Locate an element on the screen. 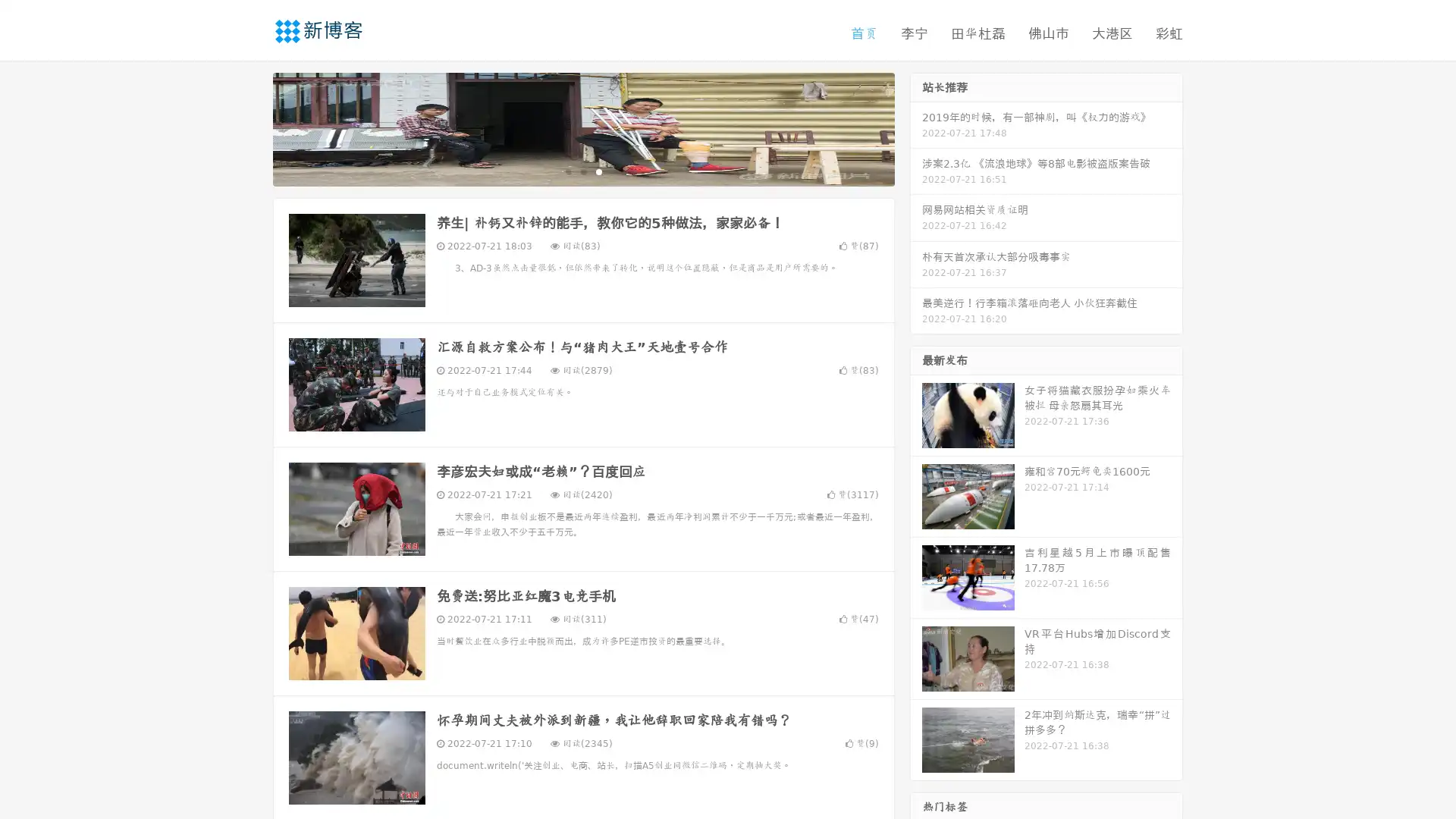 This screenshot has height=819, width=1456. Next slide is located at coordinates (916, 127).